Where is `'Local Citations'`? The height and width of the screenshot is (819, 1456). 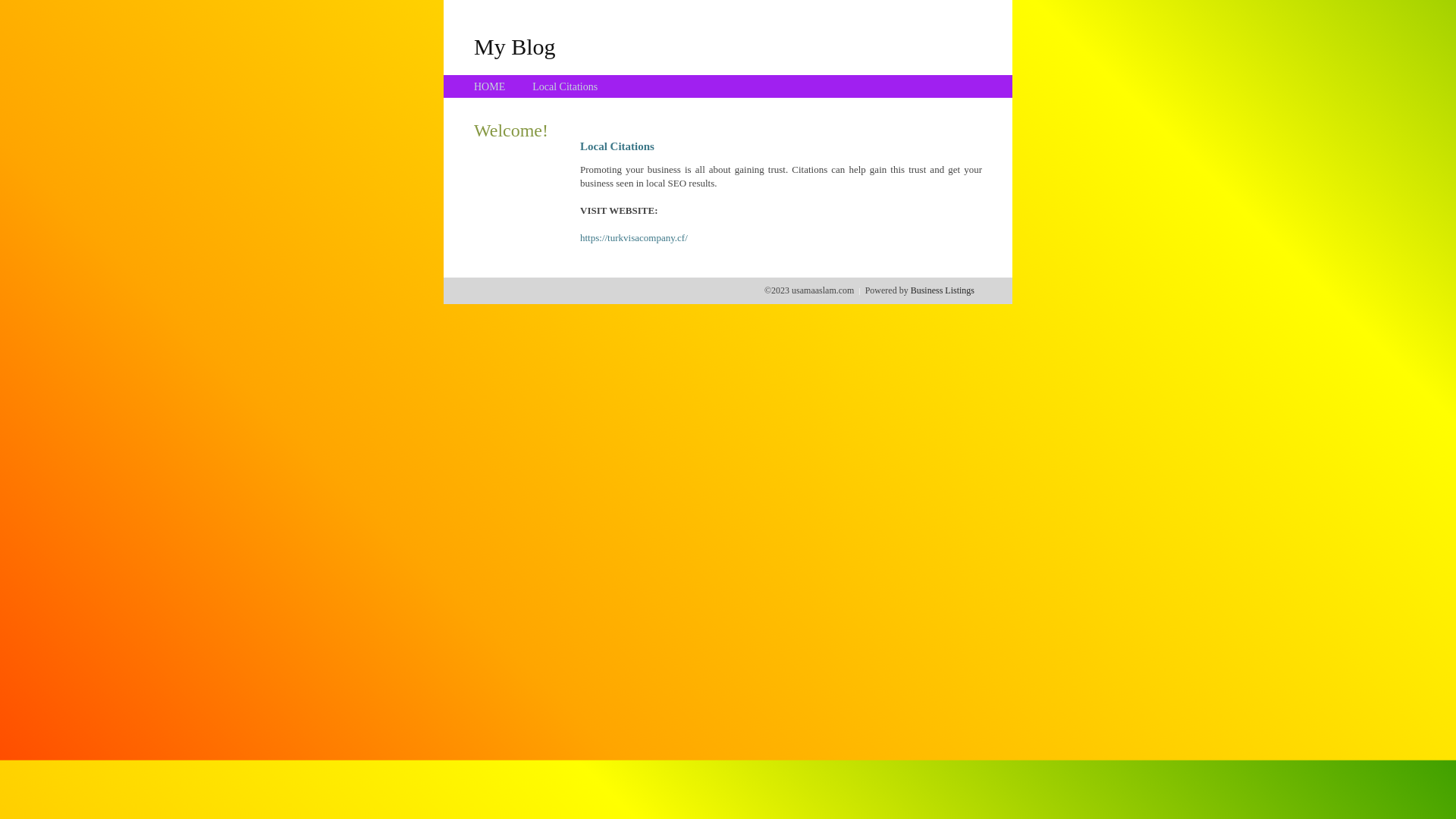 'Local Citations' is located at coordinates (563, 86).